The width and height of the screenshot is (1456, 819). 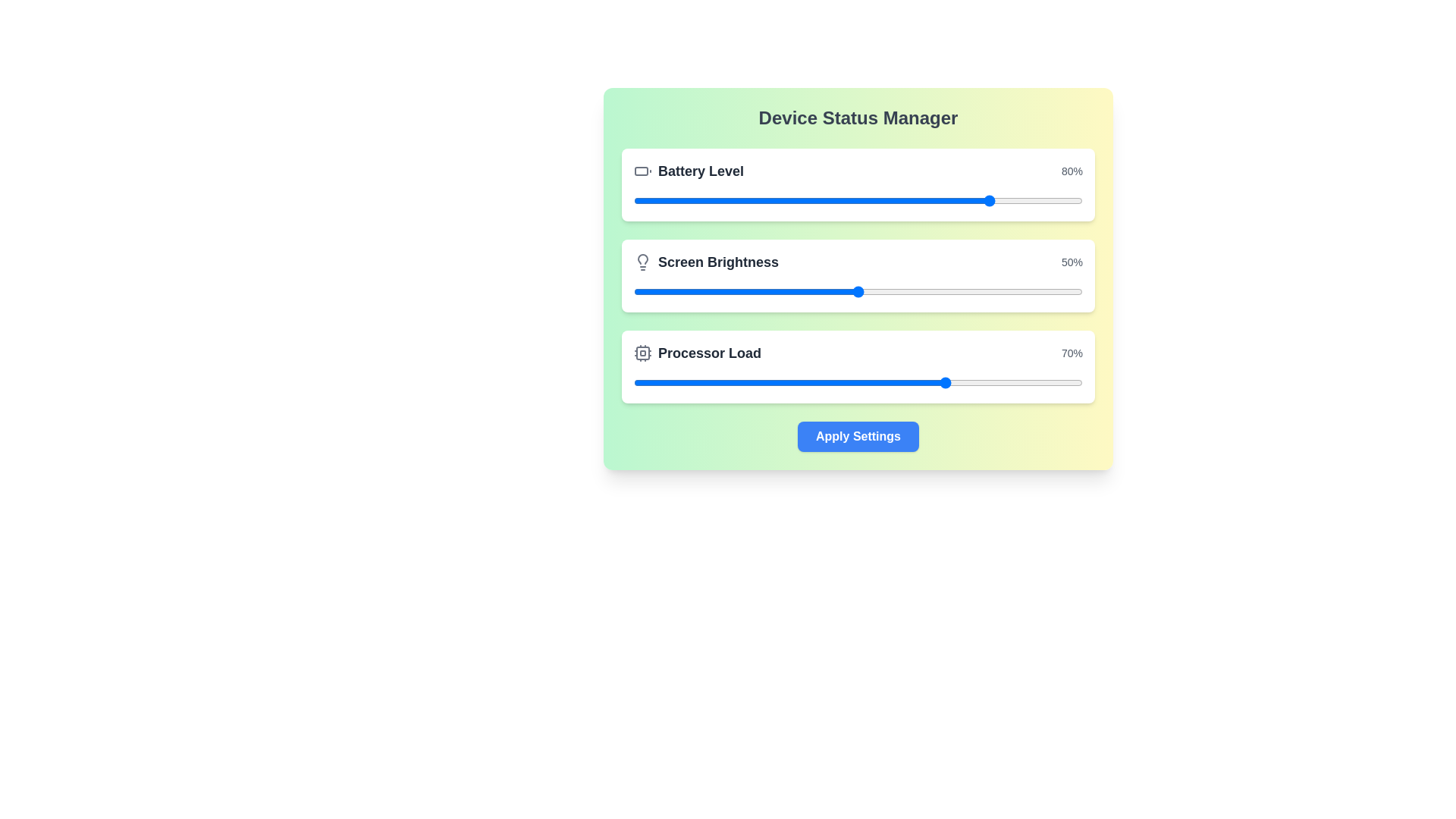 I want to click on Processor Load, so click(x=714, y=382).